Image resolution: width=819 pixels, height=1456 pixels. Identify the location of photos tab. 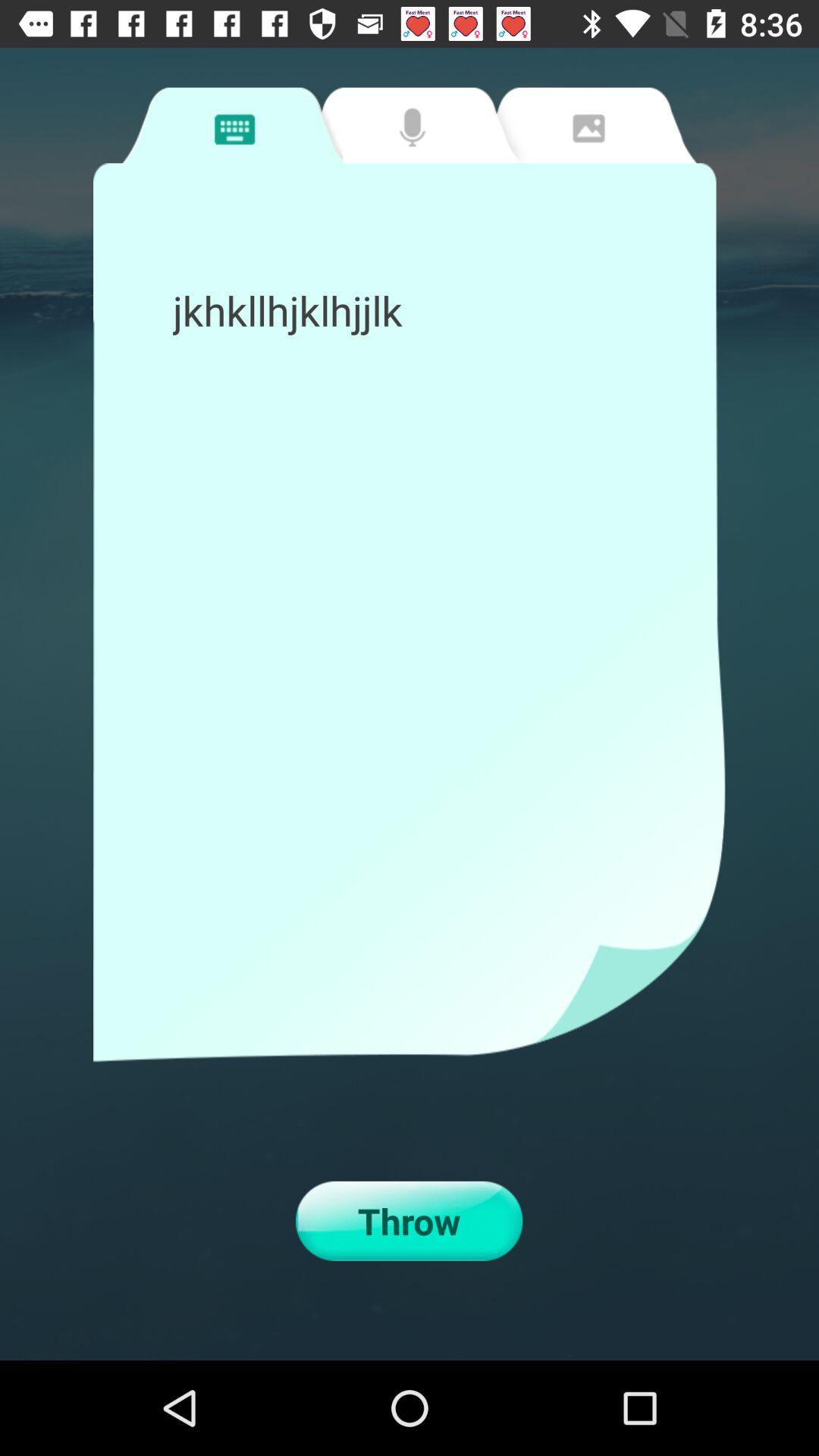
(585, 125).